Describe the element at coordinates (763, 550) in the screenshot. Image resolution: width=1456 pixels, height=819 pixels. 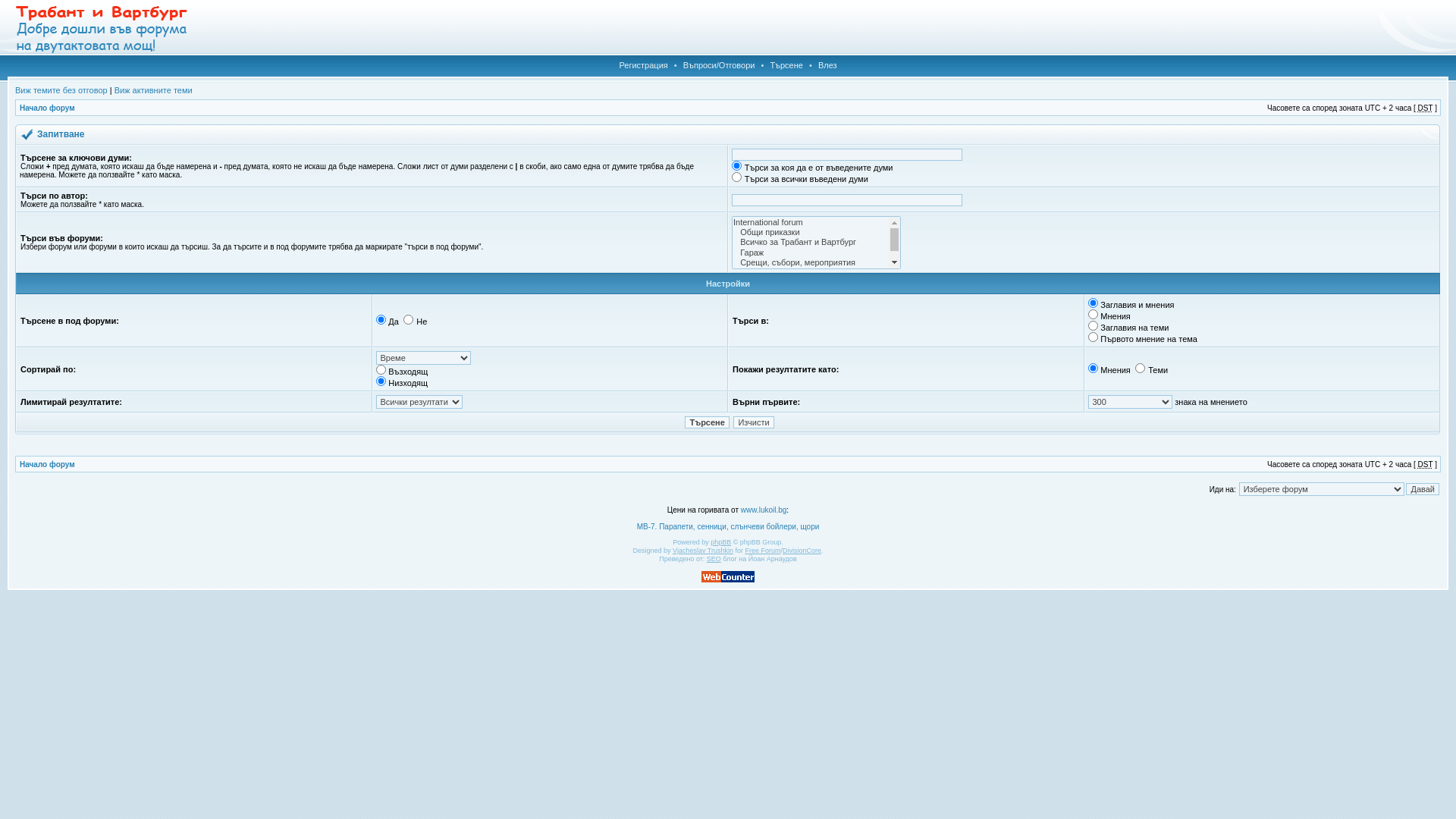
I see `'Free Forum'` at that location.